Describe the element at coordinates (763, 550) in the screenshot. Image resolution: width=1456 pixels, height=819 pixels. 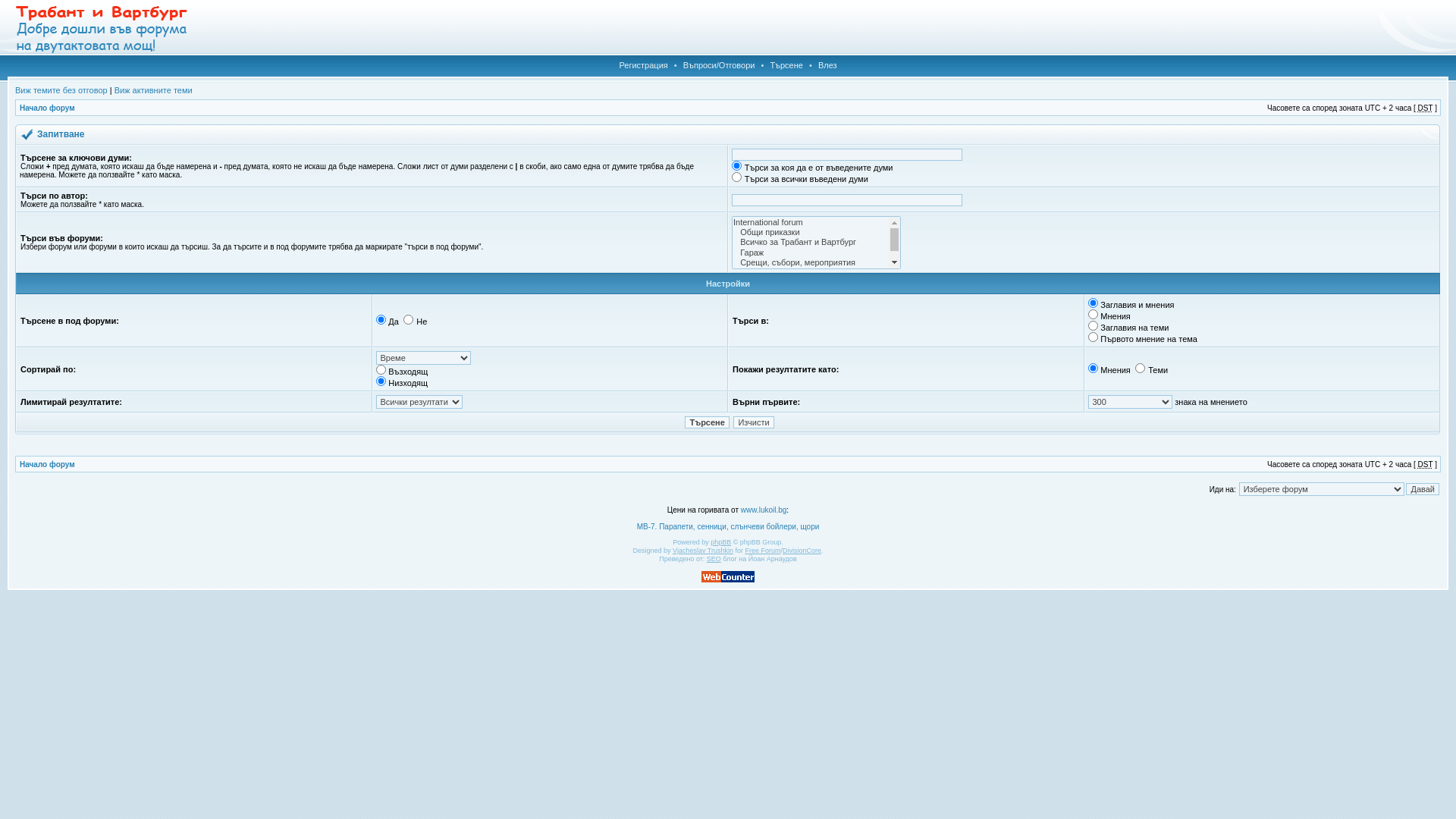
I see `'Free Forum'` at that location.